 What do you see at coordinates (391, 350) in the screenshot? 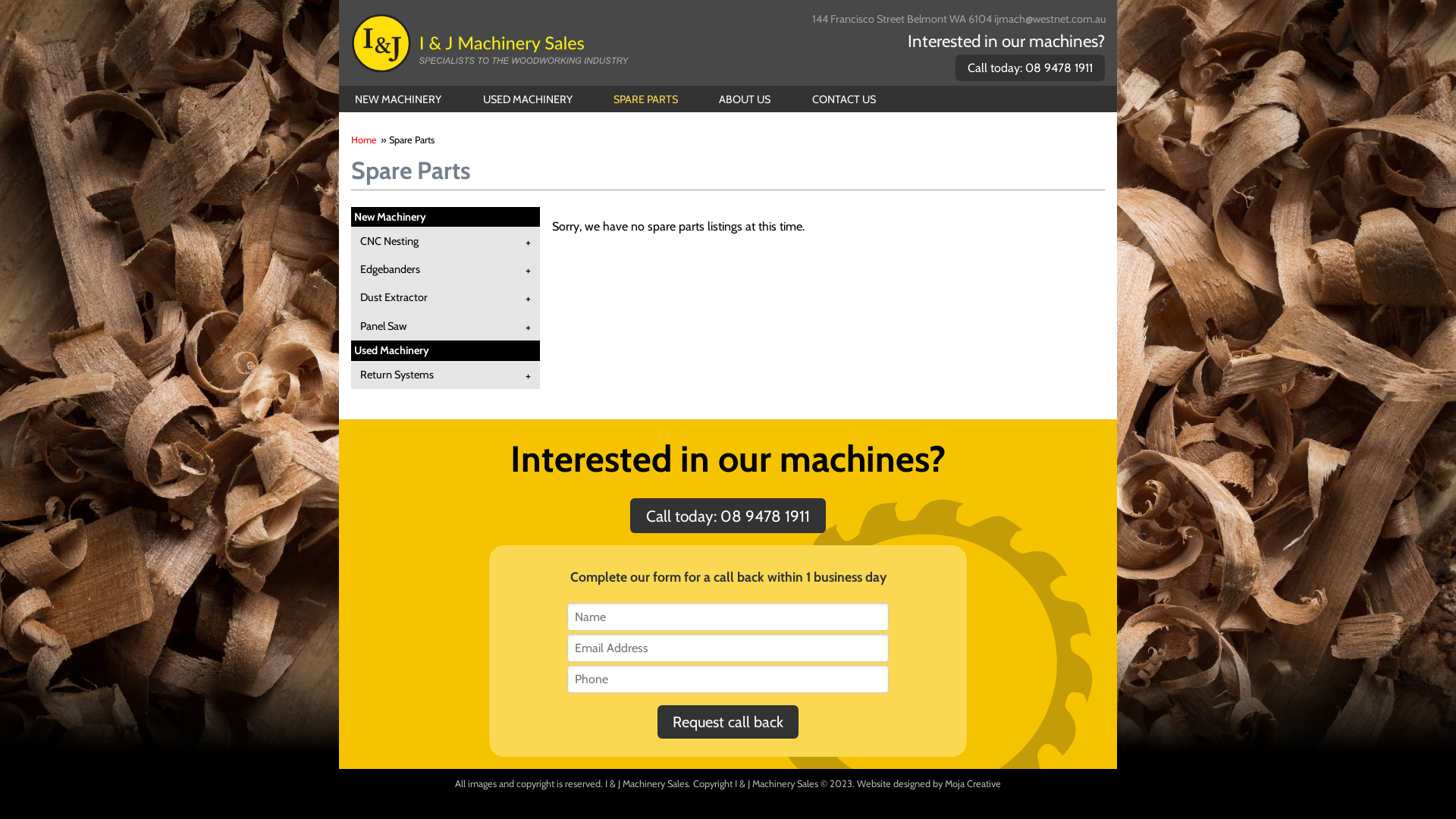
I see `'Used Machinery'` at bounding box center [391, 350].